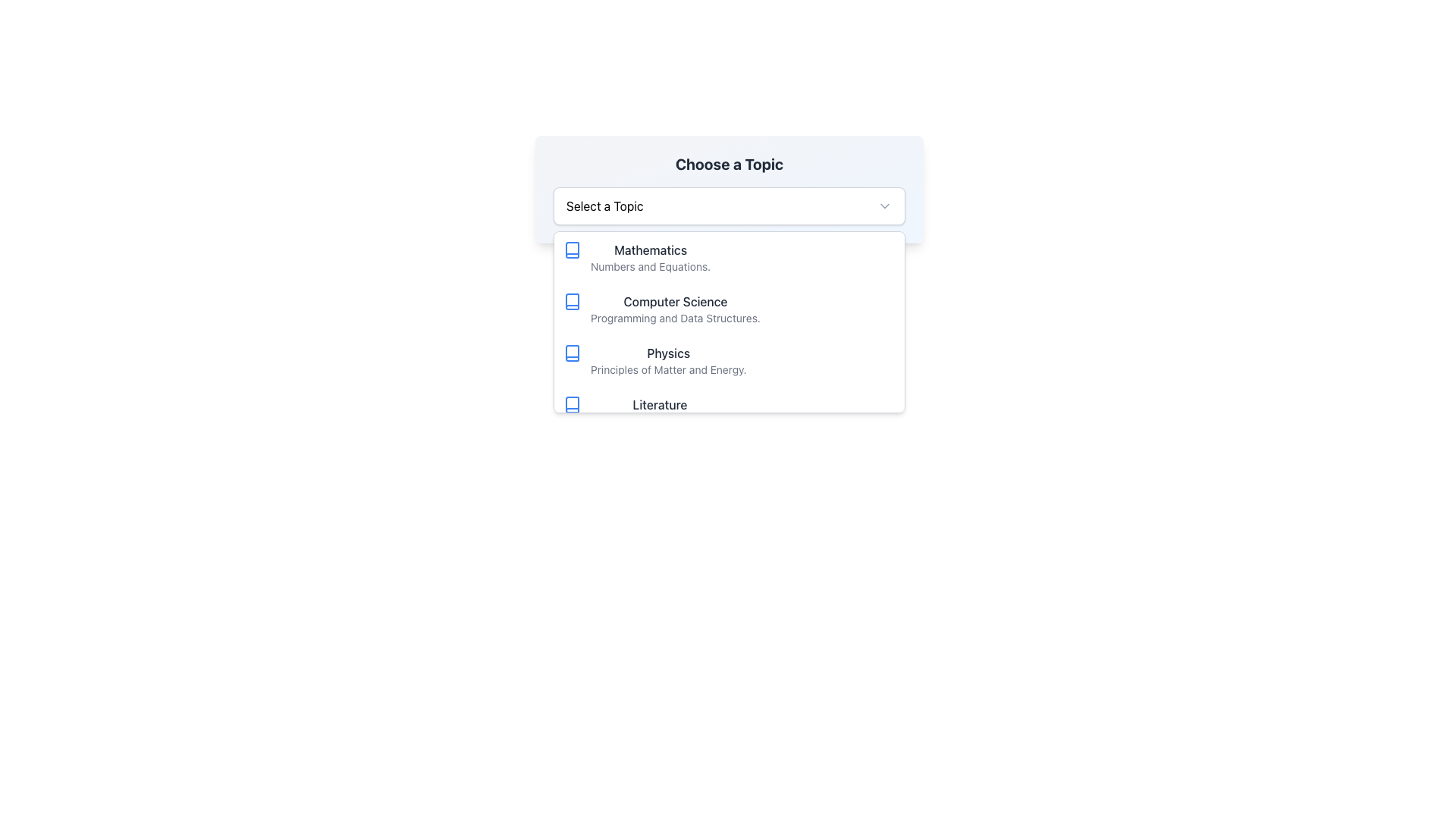 The height and width of the screenshot is (819, 1456). I want to click on the list item labeled 'Physics' with the subtext 'Principles of Matter and Energy', so click(729, 360).